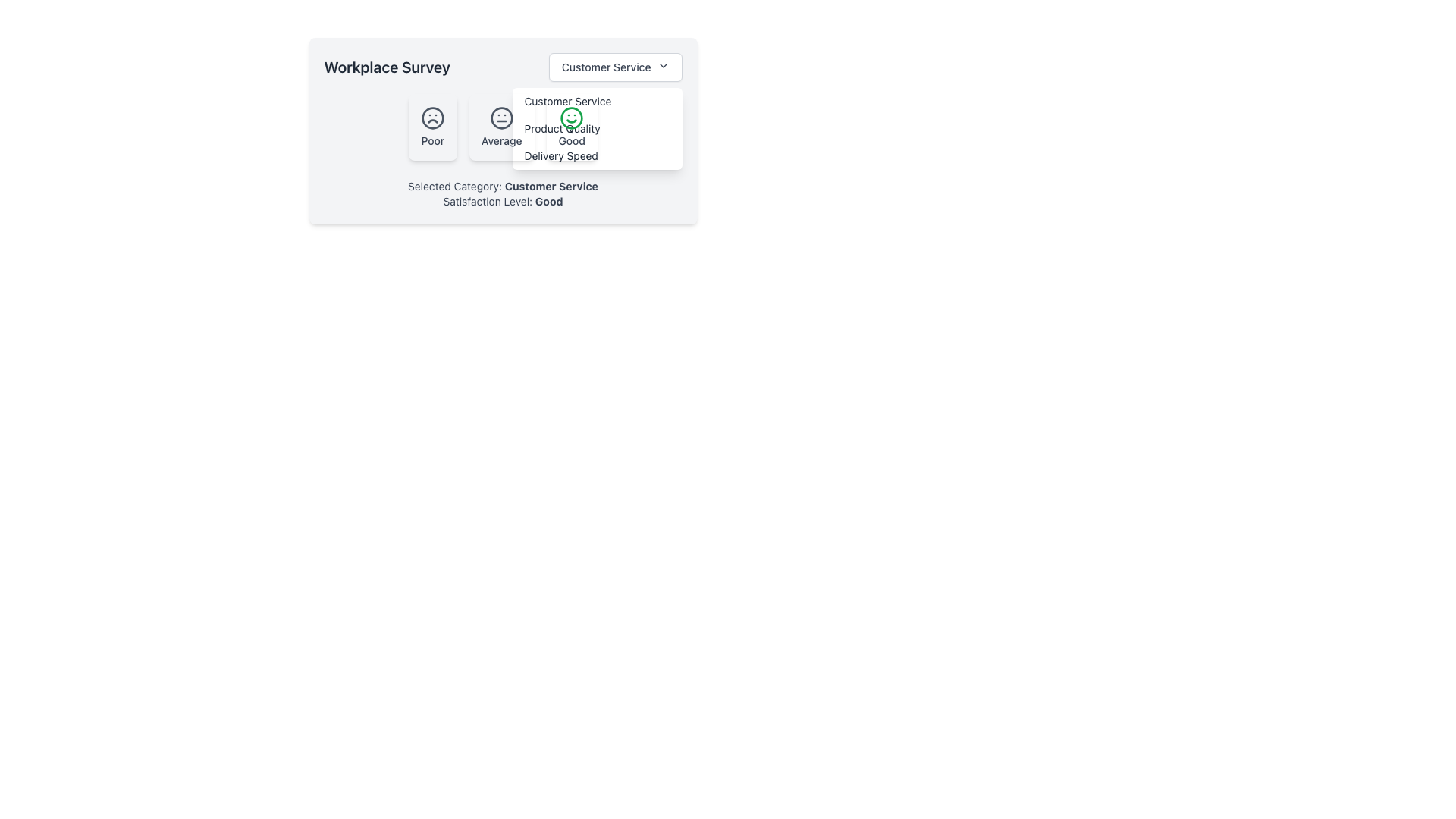 This screenshot has width=1456, height=819. Describe the element at coordinates (551, 185) in the screenshot. I see `the Text label indicating 'Selected Category: Customer Service', which serves as a non-interactive information display for the selected category in the survey interface` at that location.